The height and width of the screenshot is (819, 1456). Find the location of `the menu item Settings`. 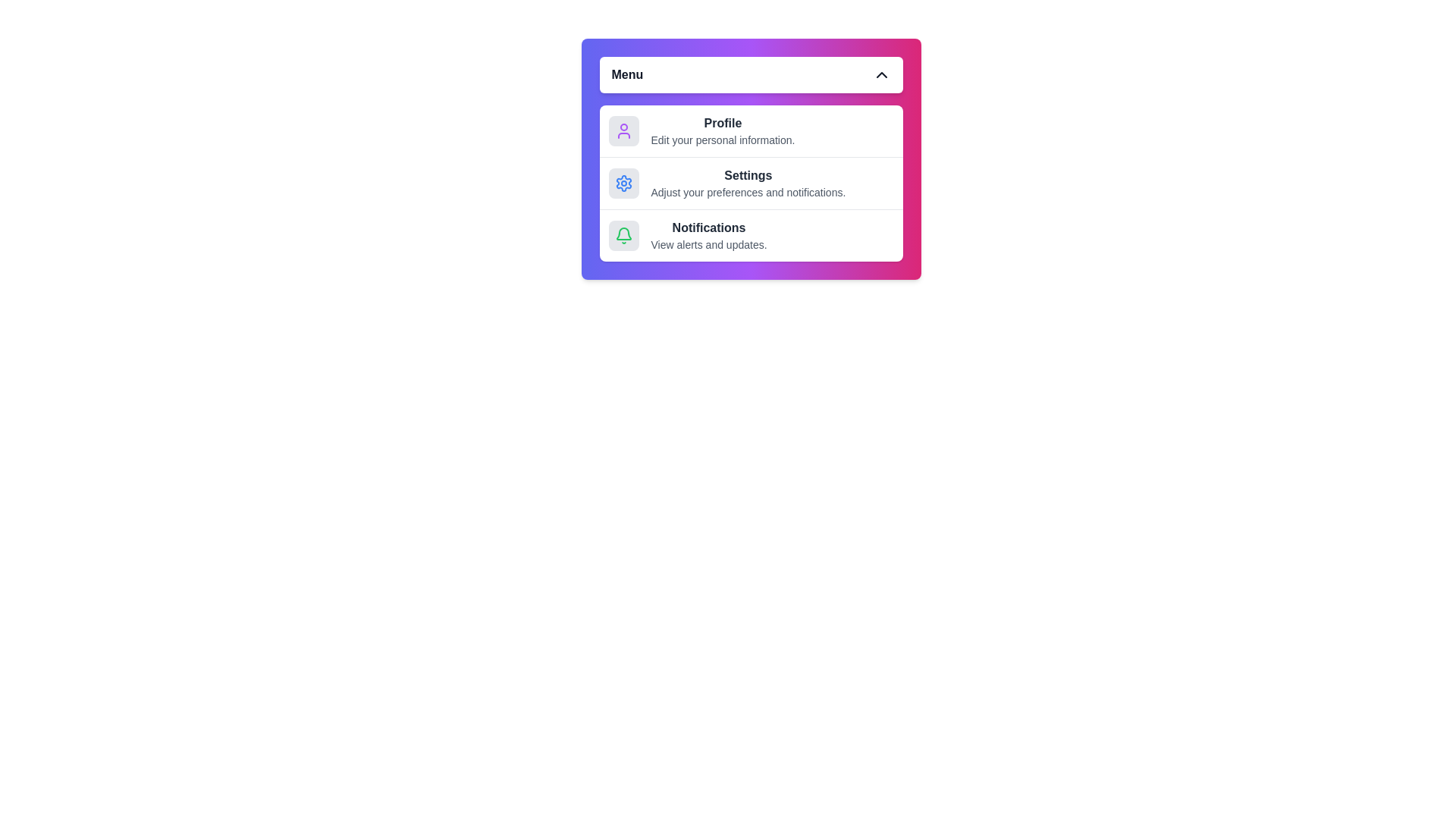

the menu item Settings is located at coordinates (751, 182).